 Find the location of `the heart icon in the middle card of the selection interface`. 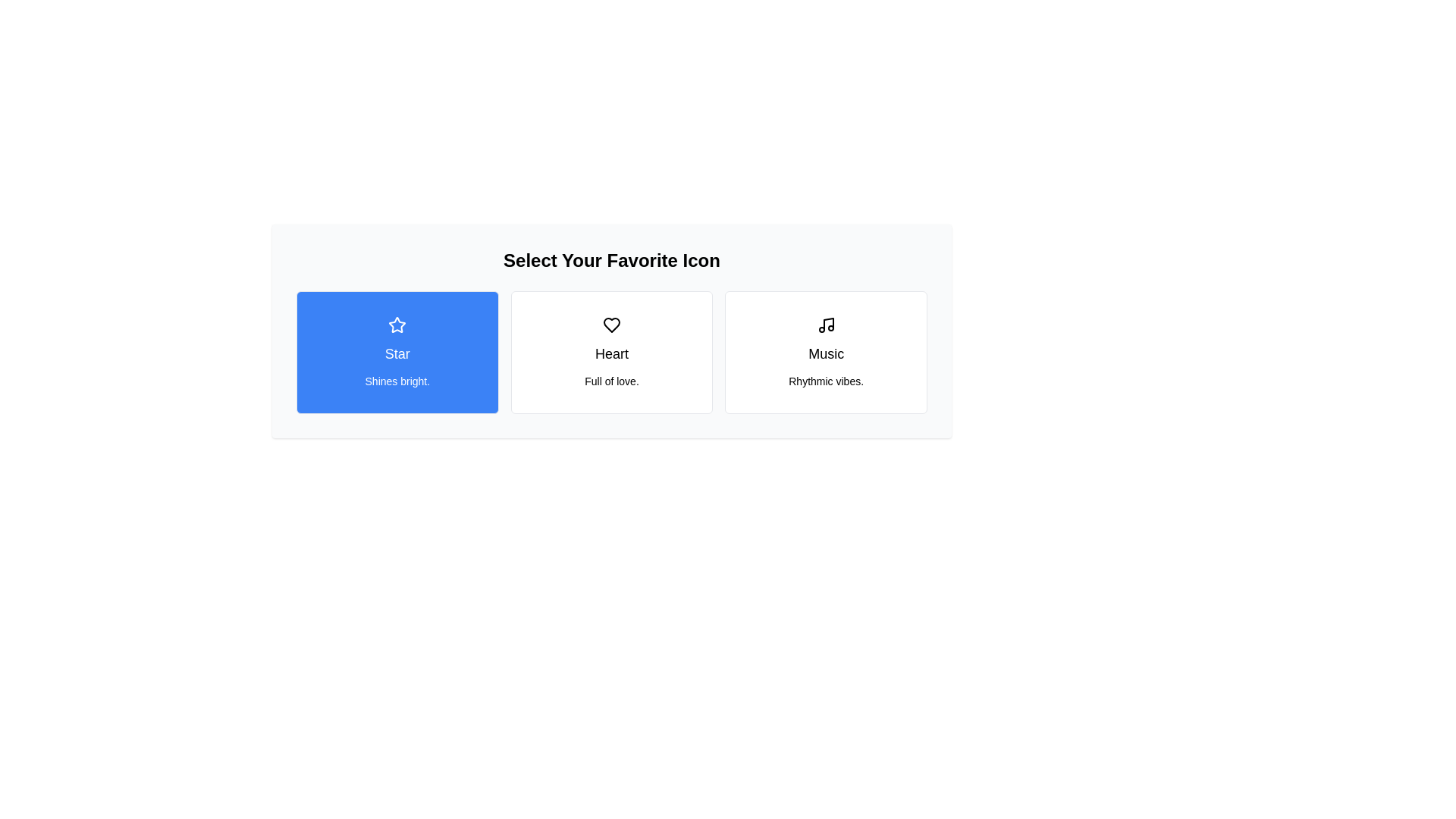

the heart icon in the middle card of the selection interface is located at coordinates (611, 324).